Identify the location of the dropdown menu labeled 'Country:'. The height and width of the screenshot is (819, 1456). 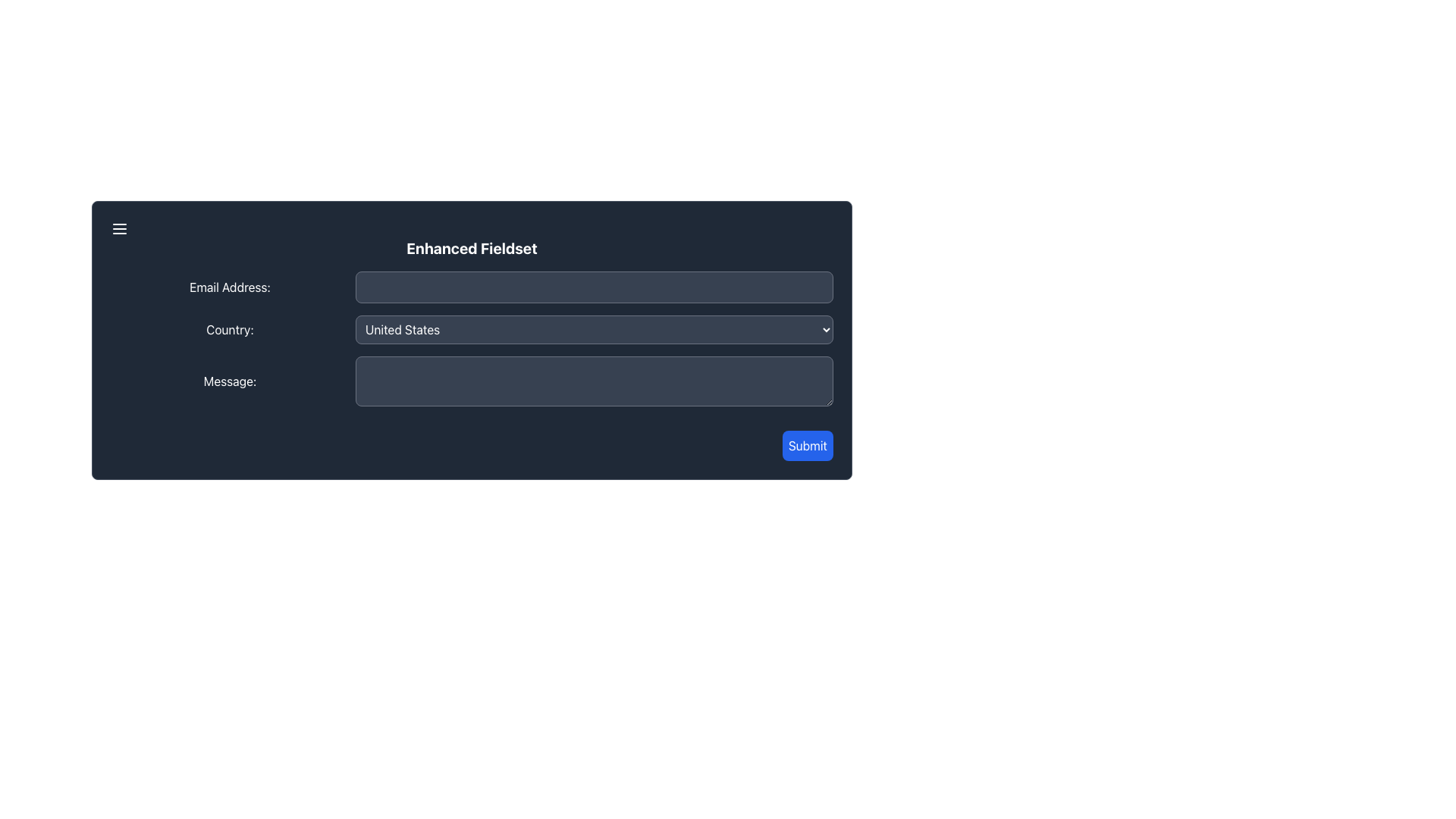
(593, 329).